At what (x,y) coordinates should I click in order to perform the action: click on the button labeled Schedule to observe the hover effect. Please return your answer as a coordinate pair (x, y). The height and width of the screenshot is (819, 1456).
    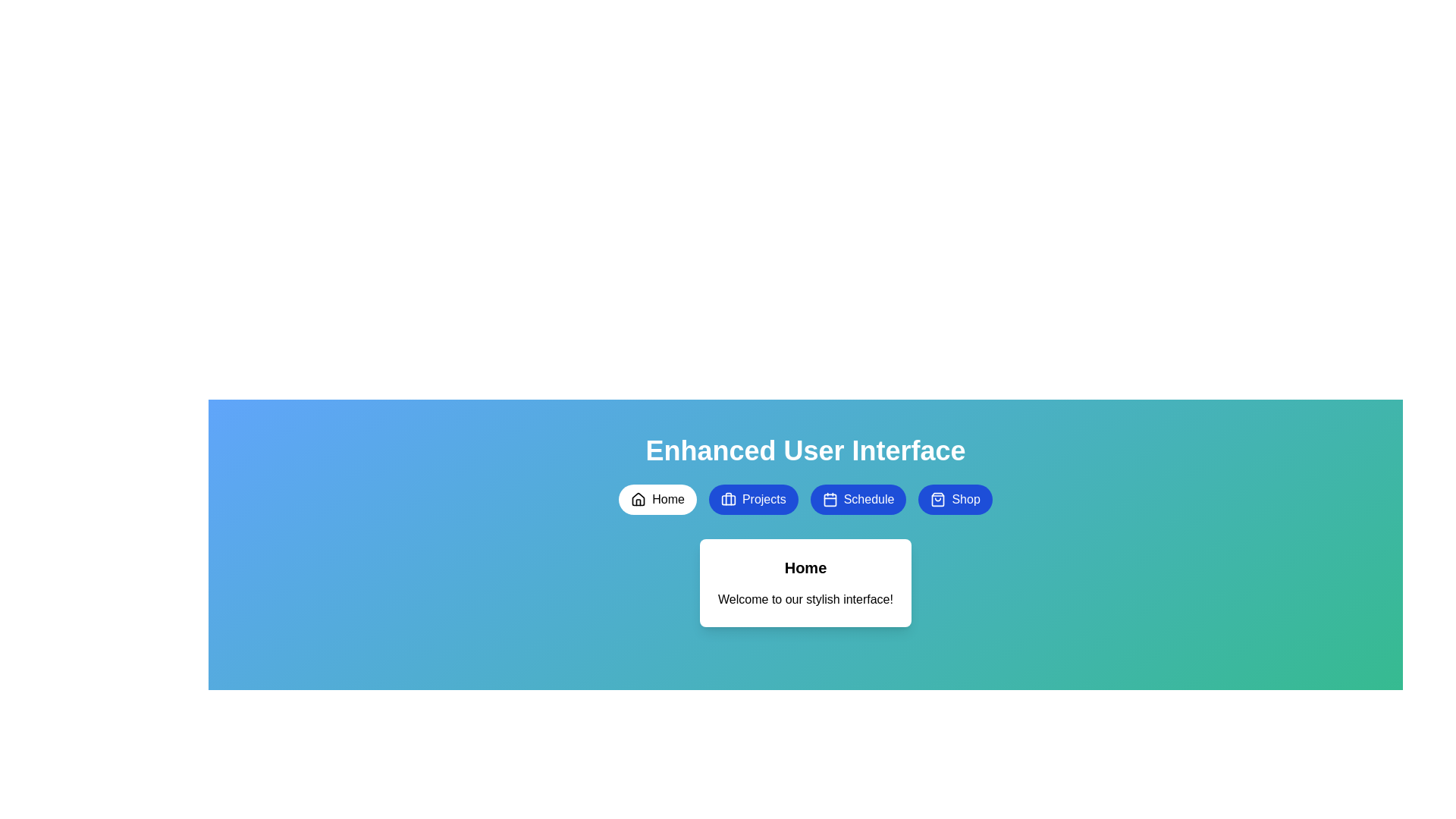
    Looking at the image, I should click on (858, 500).